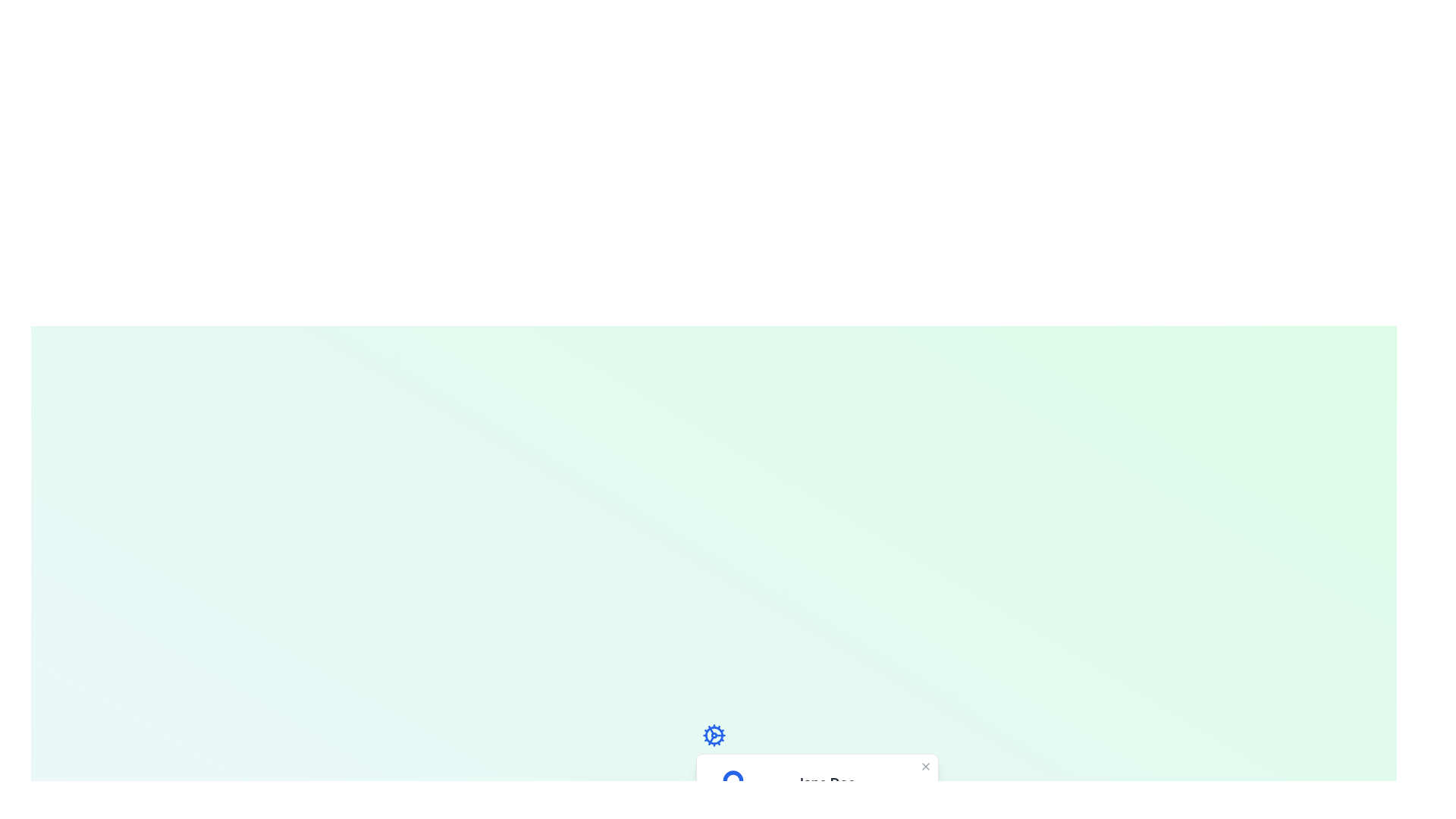  I want to click on the close button located in the upper-right corner of the user information panel, so click(924, 766).